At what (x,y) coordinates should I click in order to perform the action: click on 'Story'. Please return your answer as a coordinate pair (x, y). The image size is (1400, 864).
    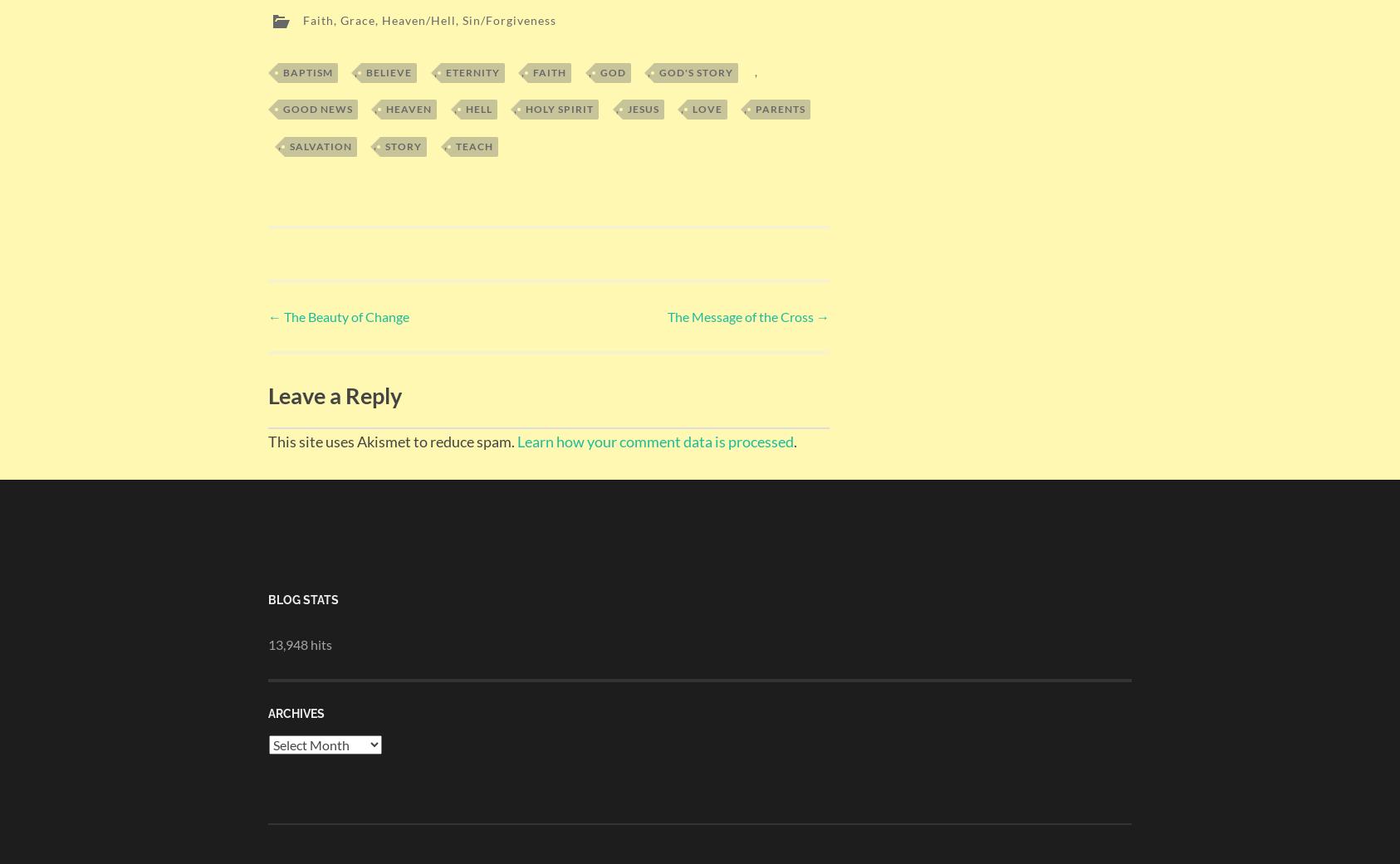
    Looking at the image, I should click on (404, 141).